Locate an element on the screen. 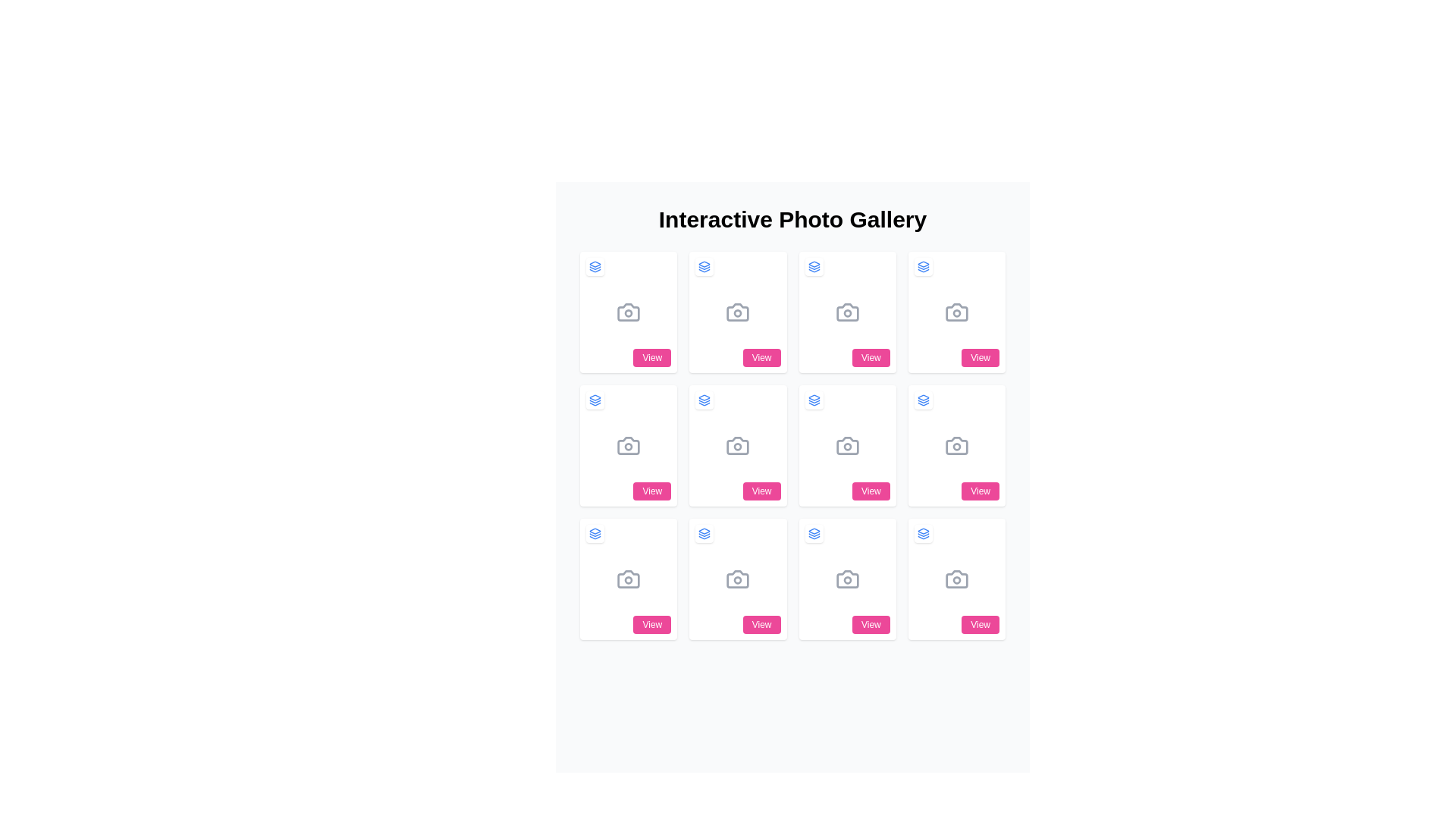 Image resolution: width=1456 pixels, height=819 pixels. the 'View' button located on the Card situated in the third row and fourth column of the grid layout is located at coordinates (955, 444).